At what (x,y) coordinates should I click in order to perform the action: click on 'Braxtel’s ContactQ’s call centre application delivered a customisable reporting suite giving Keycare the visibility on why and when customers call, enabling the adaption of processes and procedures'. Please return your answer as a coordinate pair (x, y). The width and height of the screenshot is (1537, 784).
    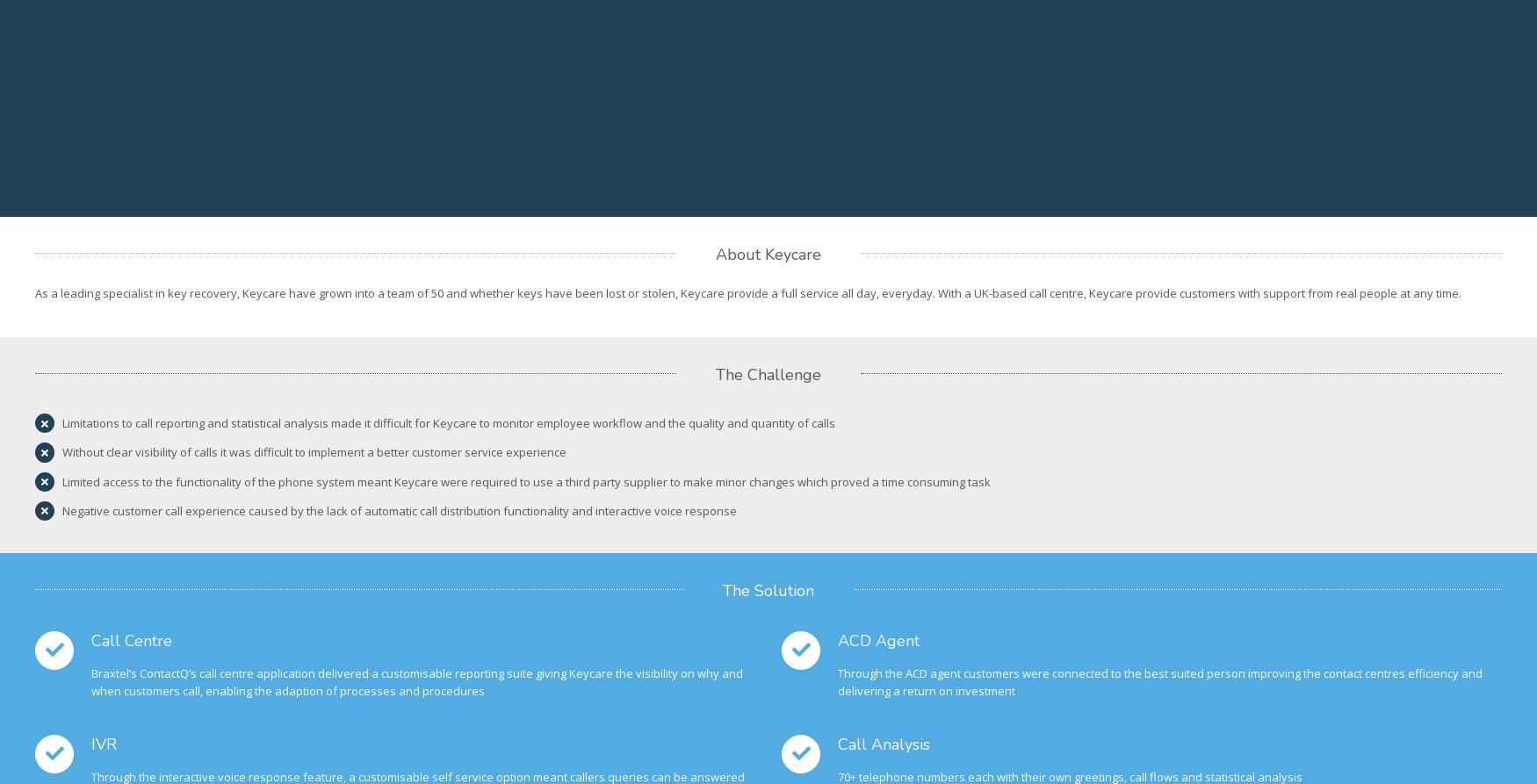
    Looking at the image, I should click on (416, 680).